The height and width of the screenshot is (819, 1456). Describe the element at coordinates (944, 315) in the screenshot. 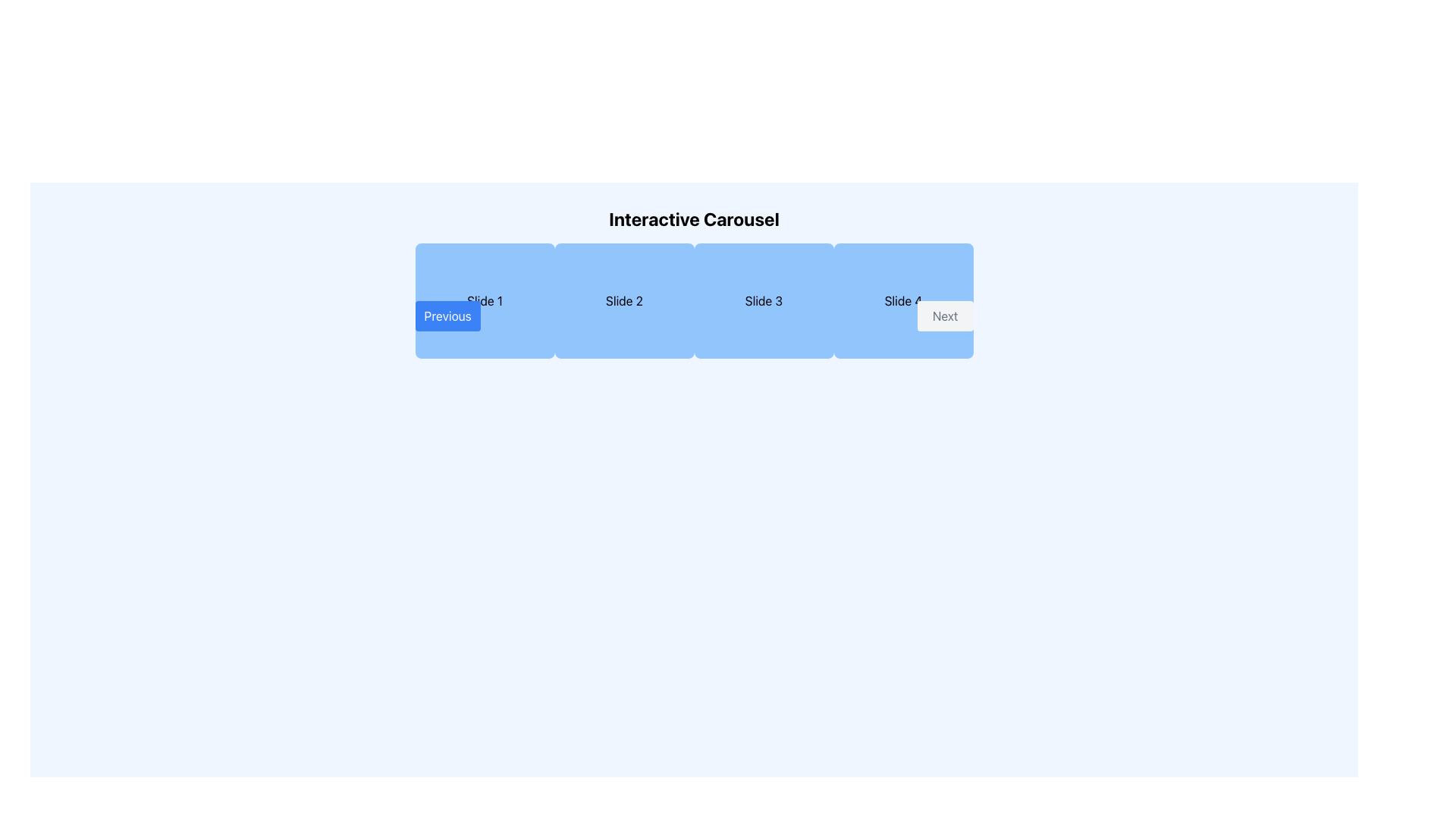

I see `the navigation button located on the far right of the carousel, adjacent to the 'Slide 4' text` at that location.